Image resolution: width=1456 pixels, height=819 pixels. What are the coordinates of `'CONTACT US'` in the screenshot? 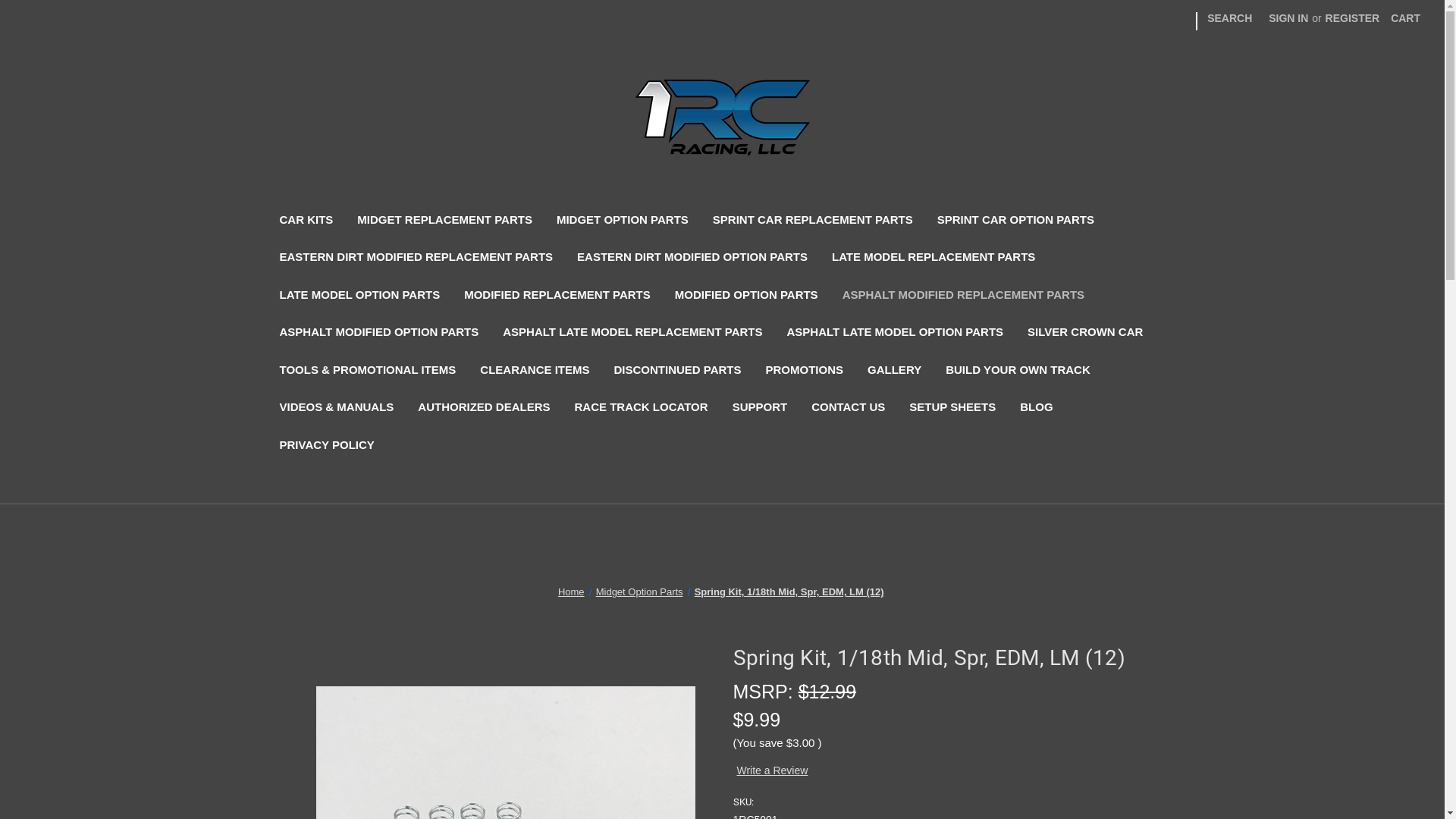 It's located at (847, 408).